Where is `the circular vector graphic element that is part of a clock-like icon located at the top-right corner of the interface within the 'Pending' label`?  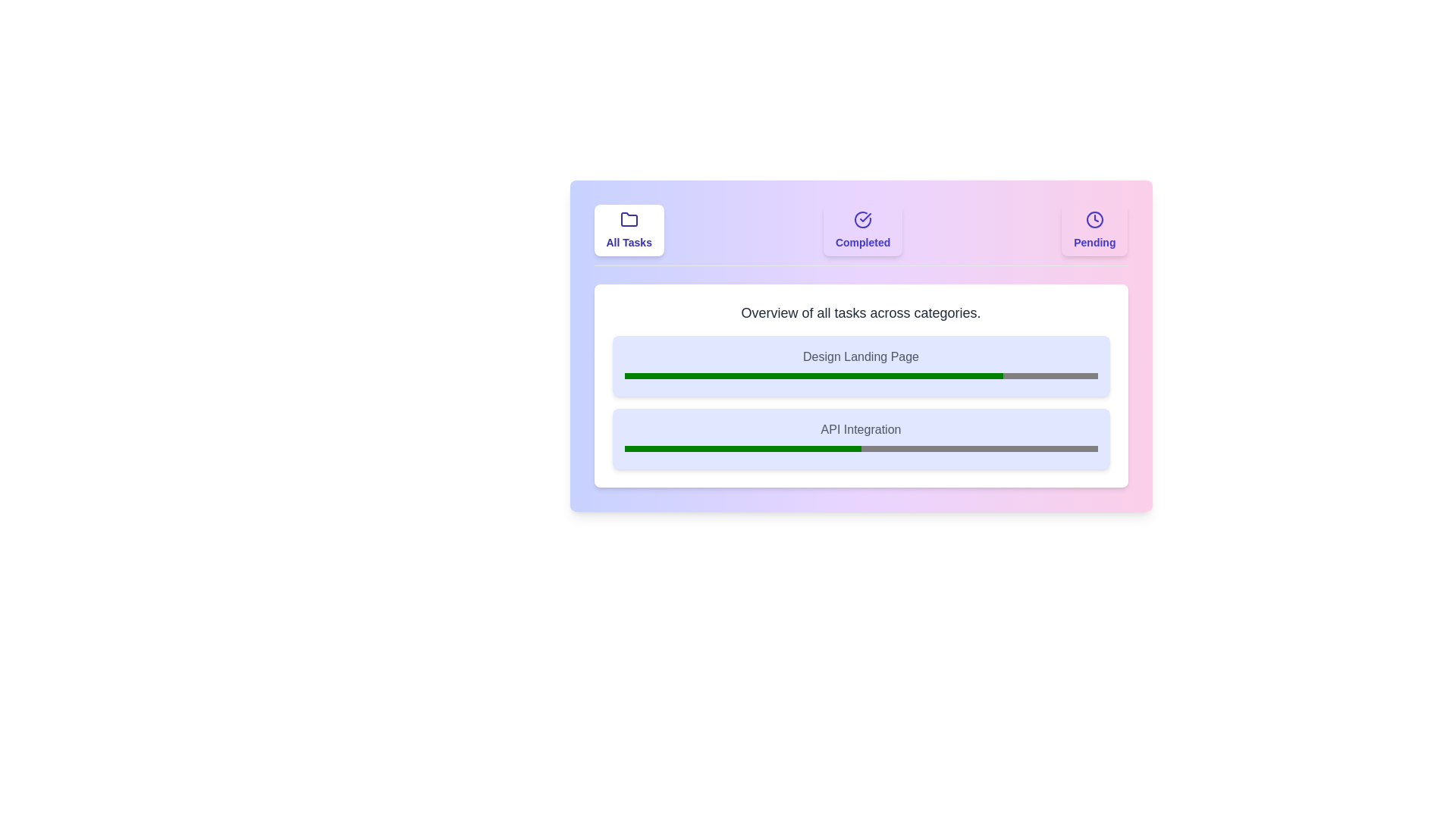 the circular vector graphic element that is part of a clock-like icon located at the top-right corner of the interface within the 'Pending' label is located at coordinates (1094, 219).